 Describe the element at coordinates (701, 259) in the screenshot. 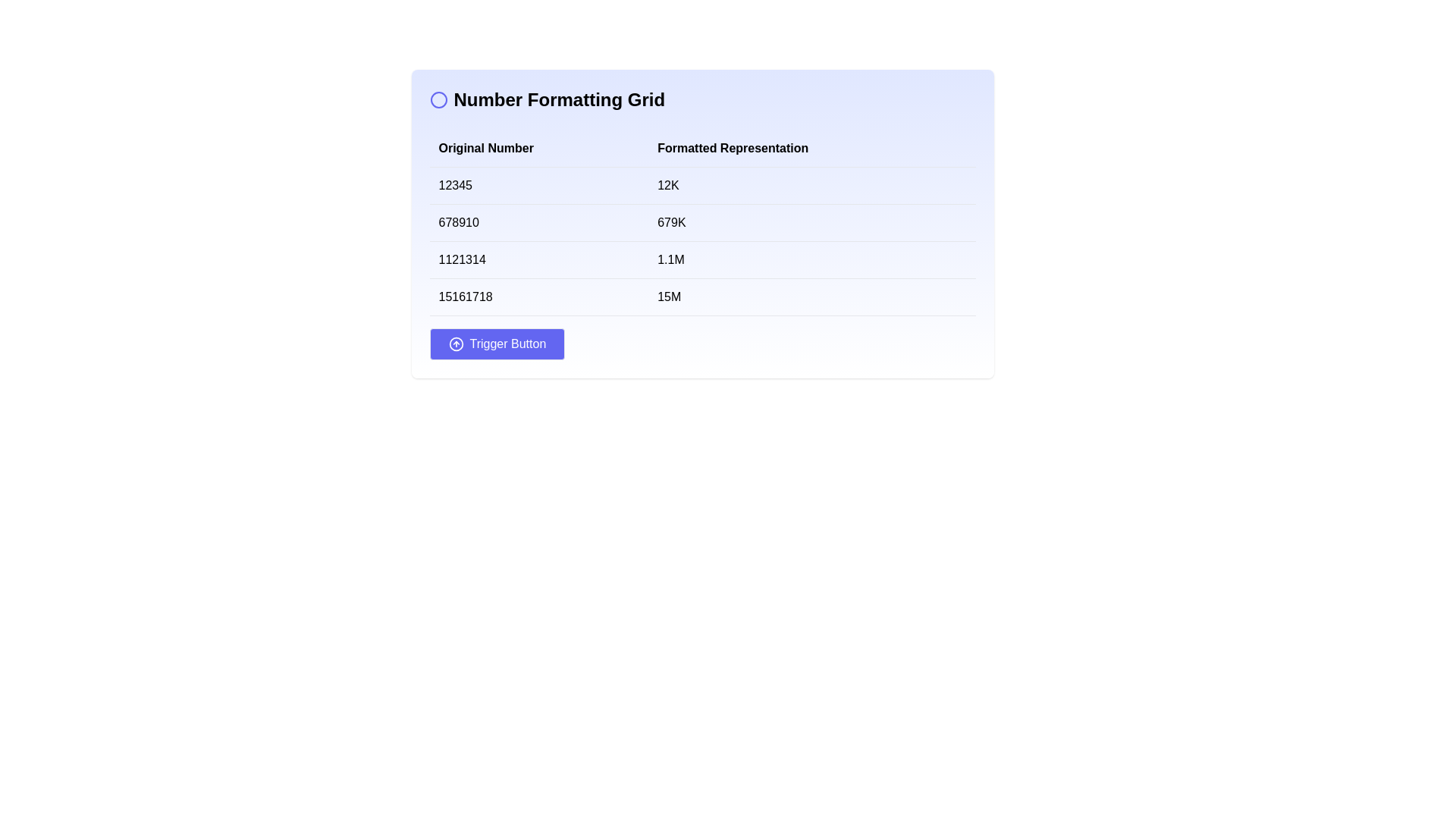

I see `the third data row in the tabular format, which contains the components '1121314' and '1.1M'` at that location.